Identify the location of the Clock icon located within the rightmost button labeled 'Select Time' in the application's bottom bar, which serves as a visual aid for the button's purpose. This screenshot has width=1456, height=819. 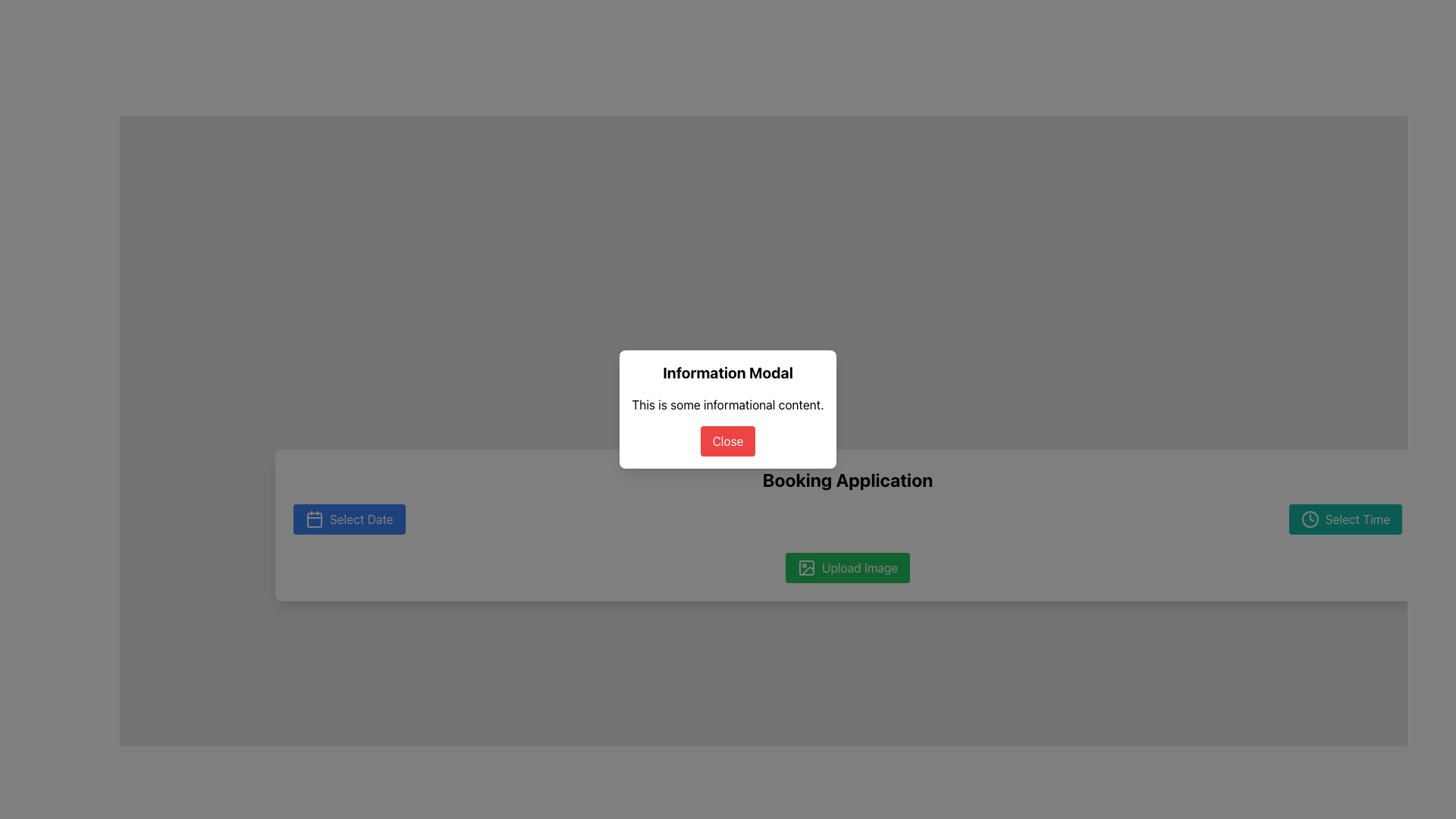
(1309, 519).